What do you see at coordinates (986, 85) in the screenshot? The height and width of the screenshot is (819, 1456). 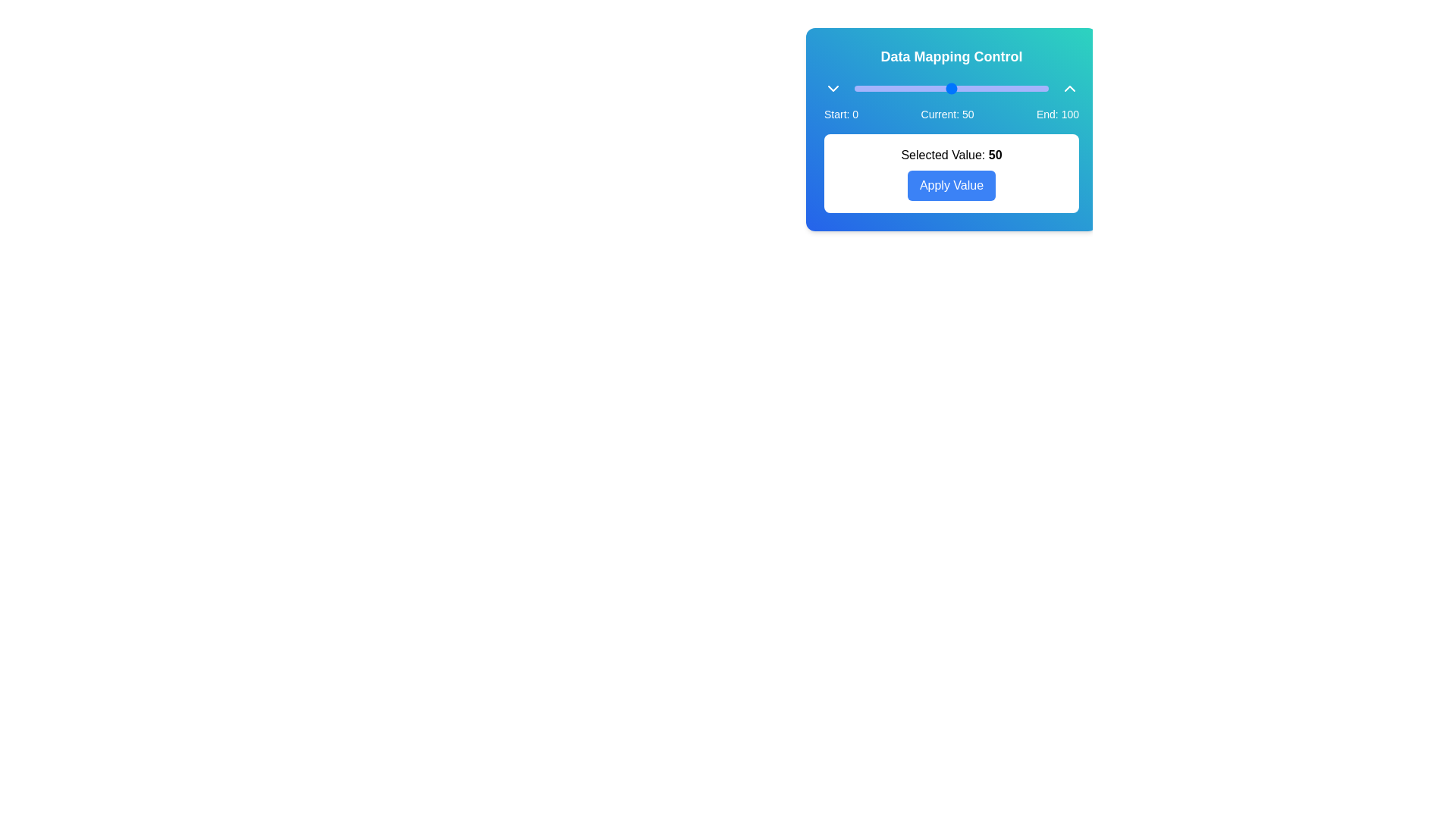 I see `slider value` at bounding box center [986, 85].